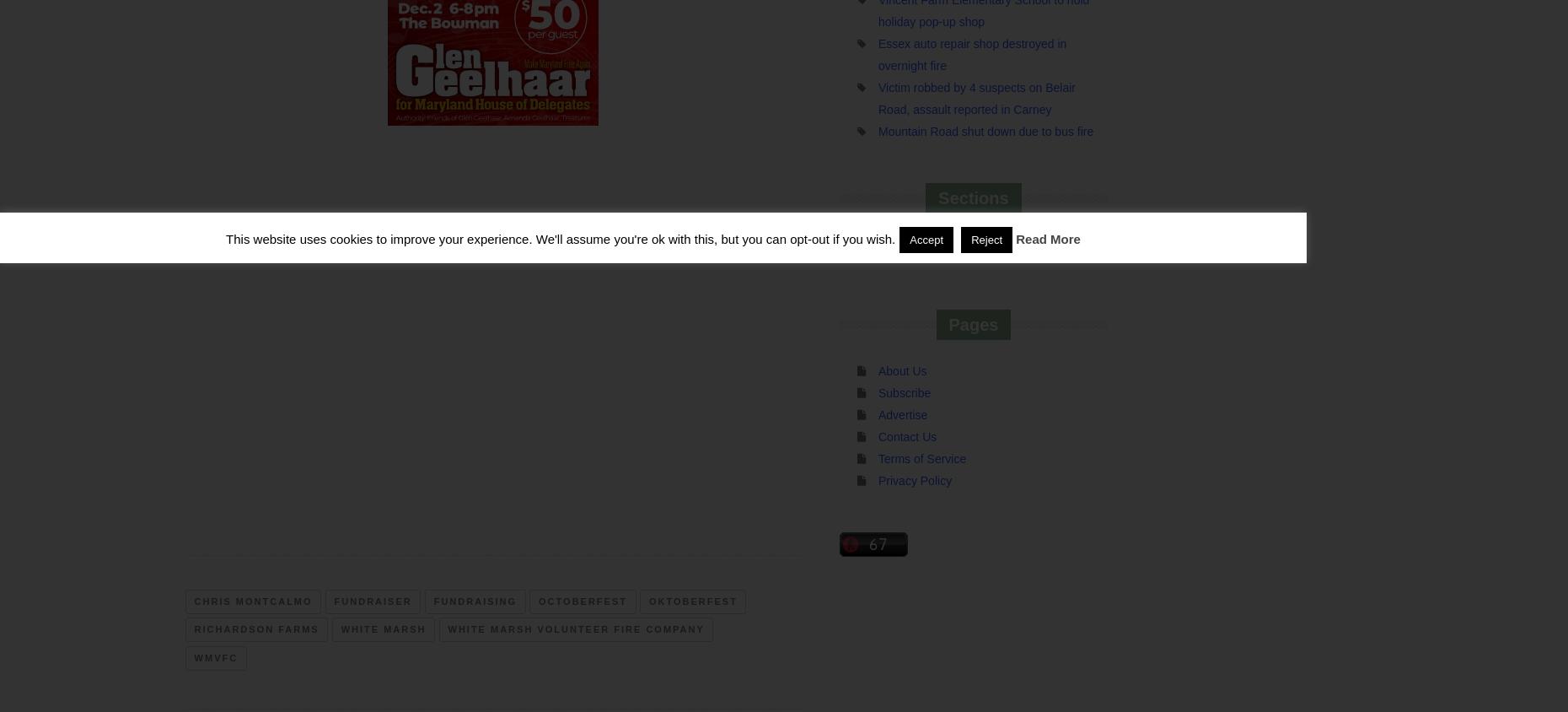 This screenshot has height=712, width=1568. I want to click on 'Reject', so click(986, 239).